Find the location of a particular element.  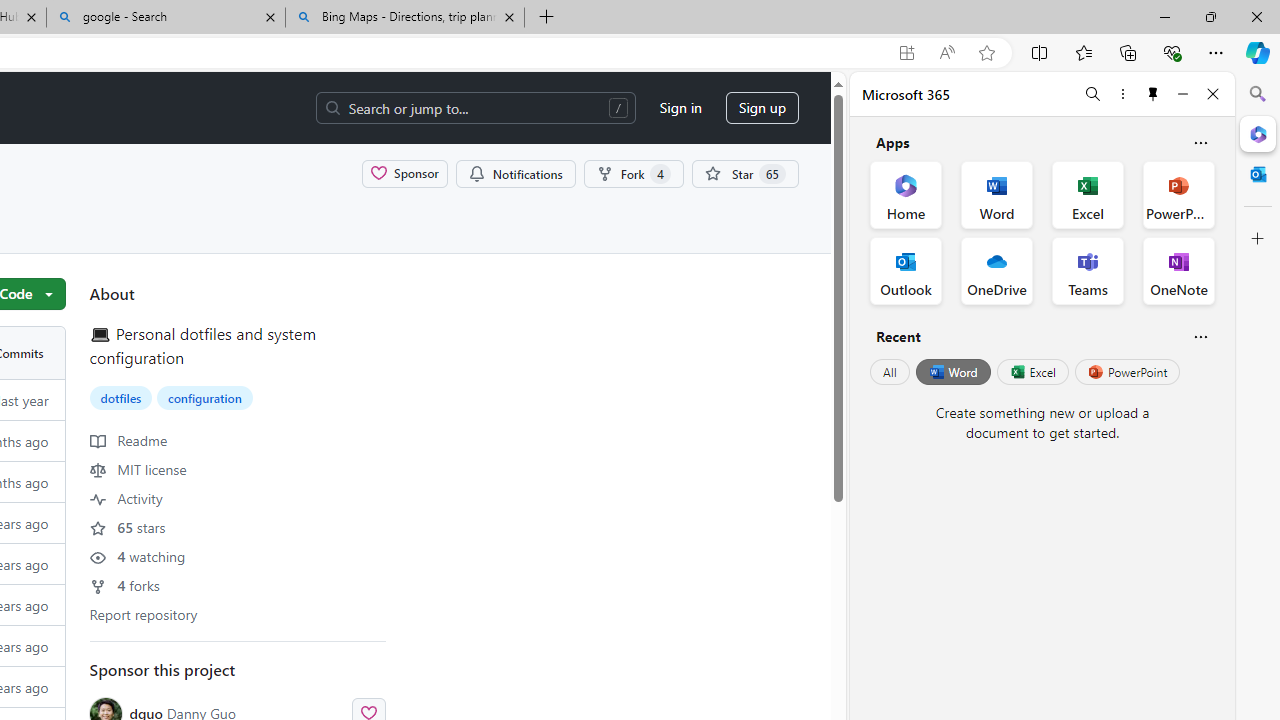

'dotfiles' is located at coordinates (120, 397).